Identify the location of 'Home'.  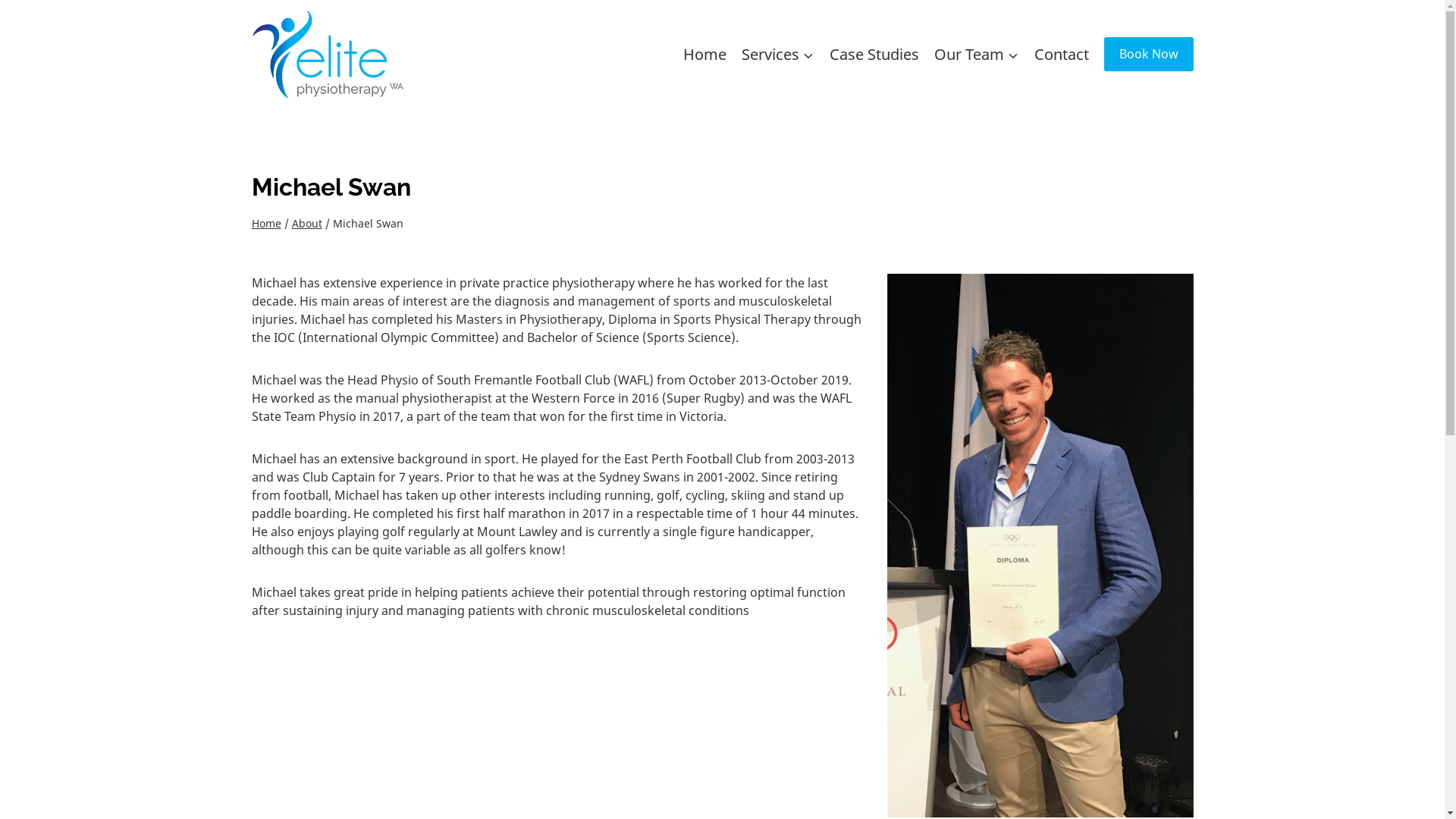
(703, 52).